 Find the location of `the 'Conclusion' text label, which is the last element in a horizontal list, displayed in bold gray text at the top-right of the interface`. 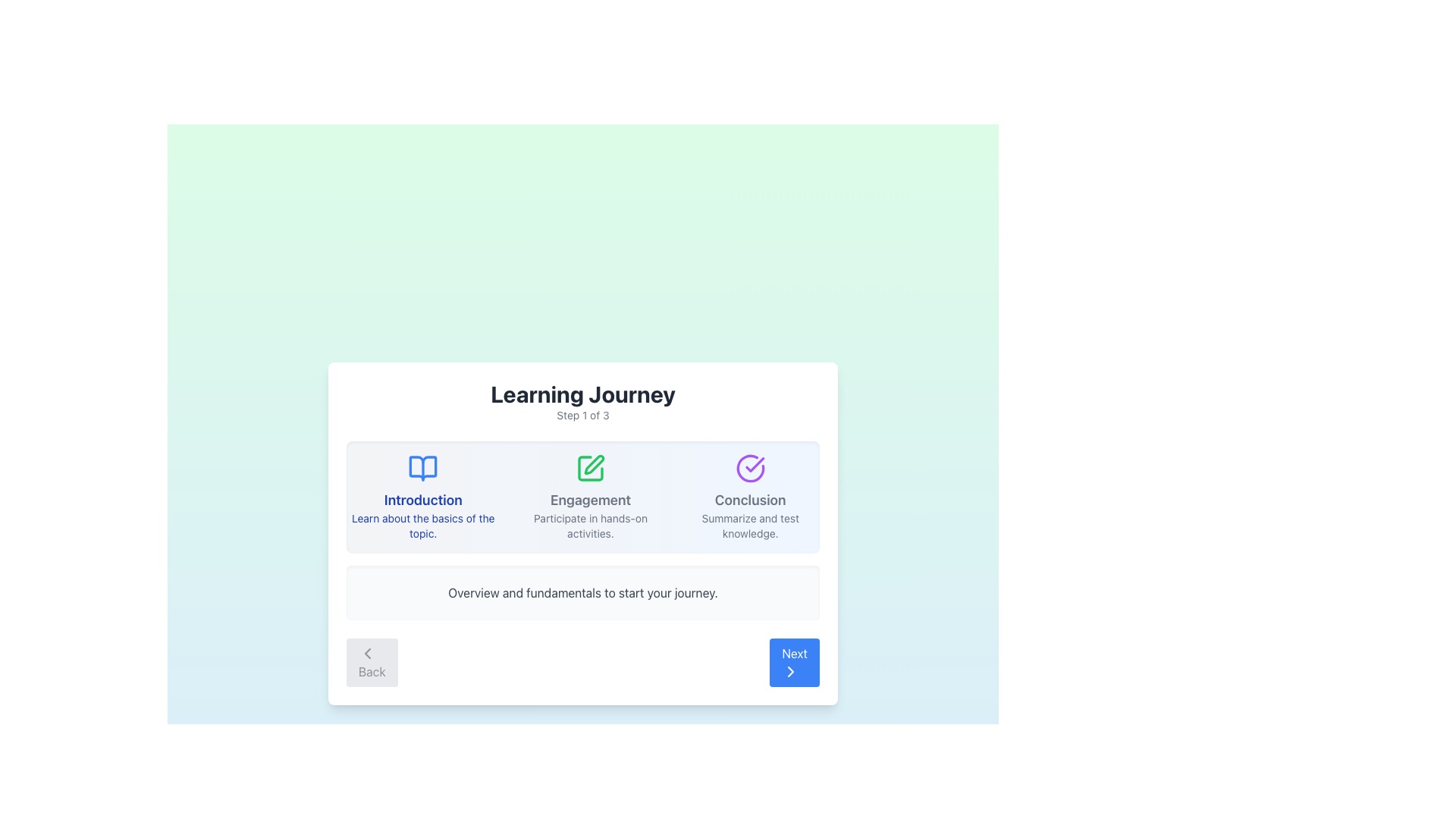

the 'Conclusion' text label, which is the last element in a horizontal list, displayed in bold gray text at the top-right of the interface is located at coordinates (750, 500).